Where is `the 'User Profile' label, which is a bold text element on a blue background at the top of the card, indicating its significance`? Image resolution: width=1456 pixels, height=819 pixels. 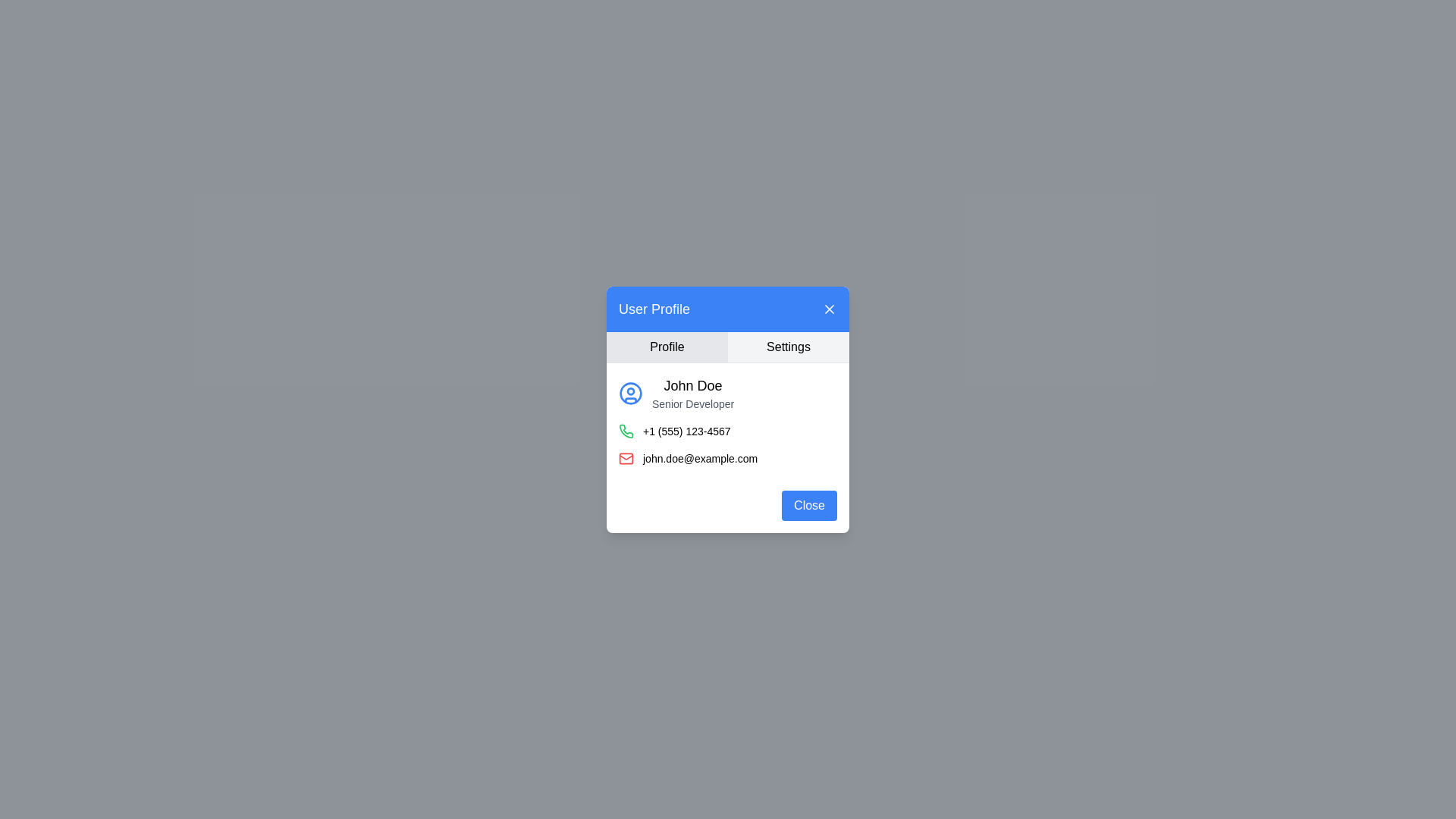 the 'User Profile' label, which is a bold text element on a blue background at the top of the card, indicating its significance is located at coordinates (654, 308).